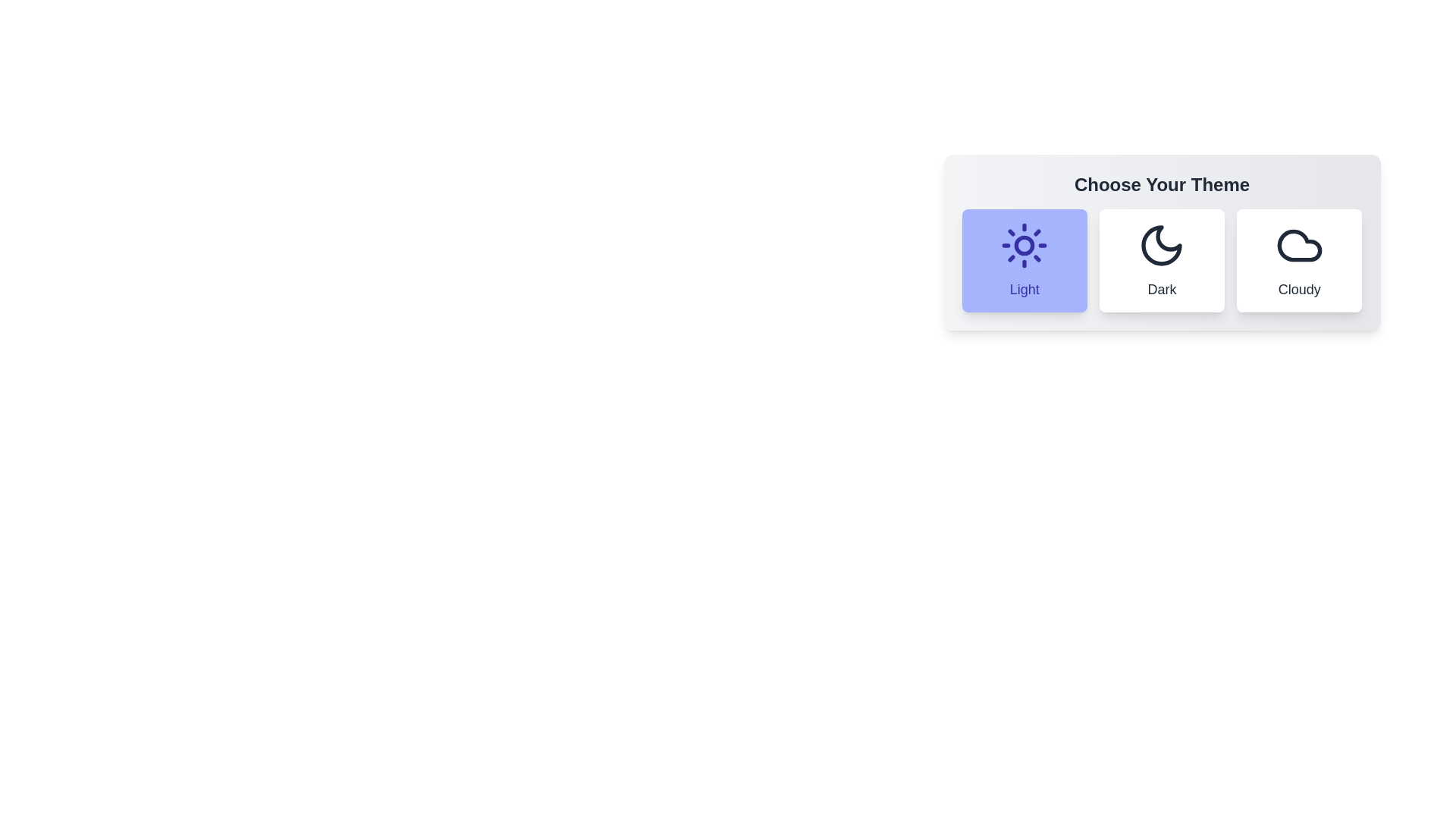 The height and width of the screenshot is (819, 1456). What do you see at coordinates (1025, 245) in the screenshot?
I see `the central circular component of the sun icon, which represents the light theme option in the theme selector, located to the left of the 'Dark' and 'Cloudy' icons` at bounding box center [1025, 245].